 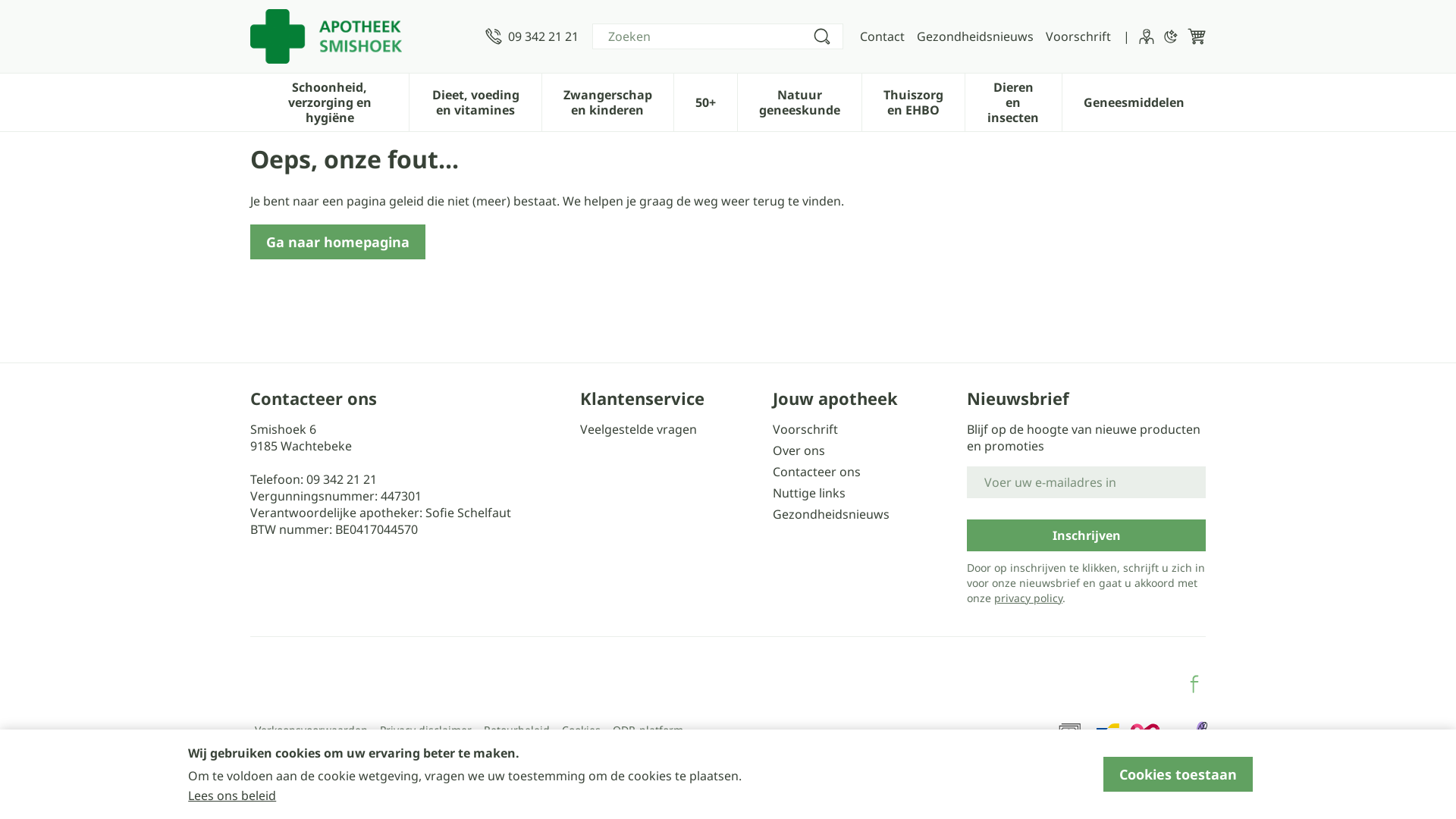 What do you see at coordinates (1193, 684) in the screenshot?
I see `'Facebook'` at bounding box center [1193, 684].